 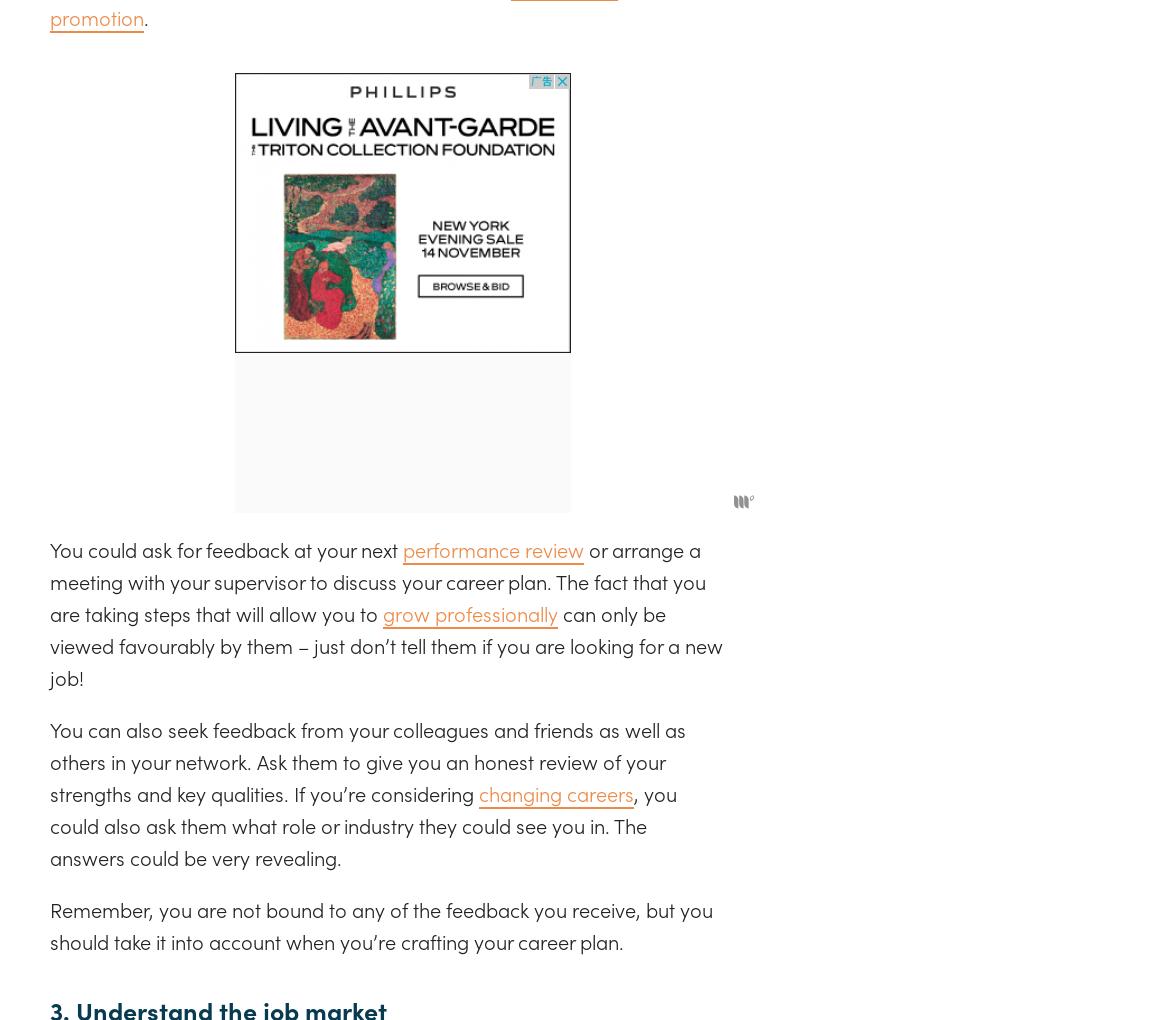 I want to click on '.', so click(x=148, y=16).